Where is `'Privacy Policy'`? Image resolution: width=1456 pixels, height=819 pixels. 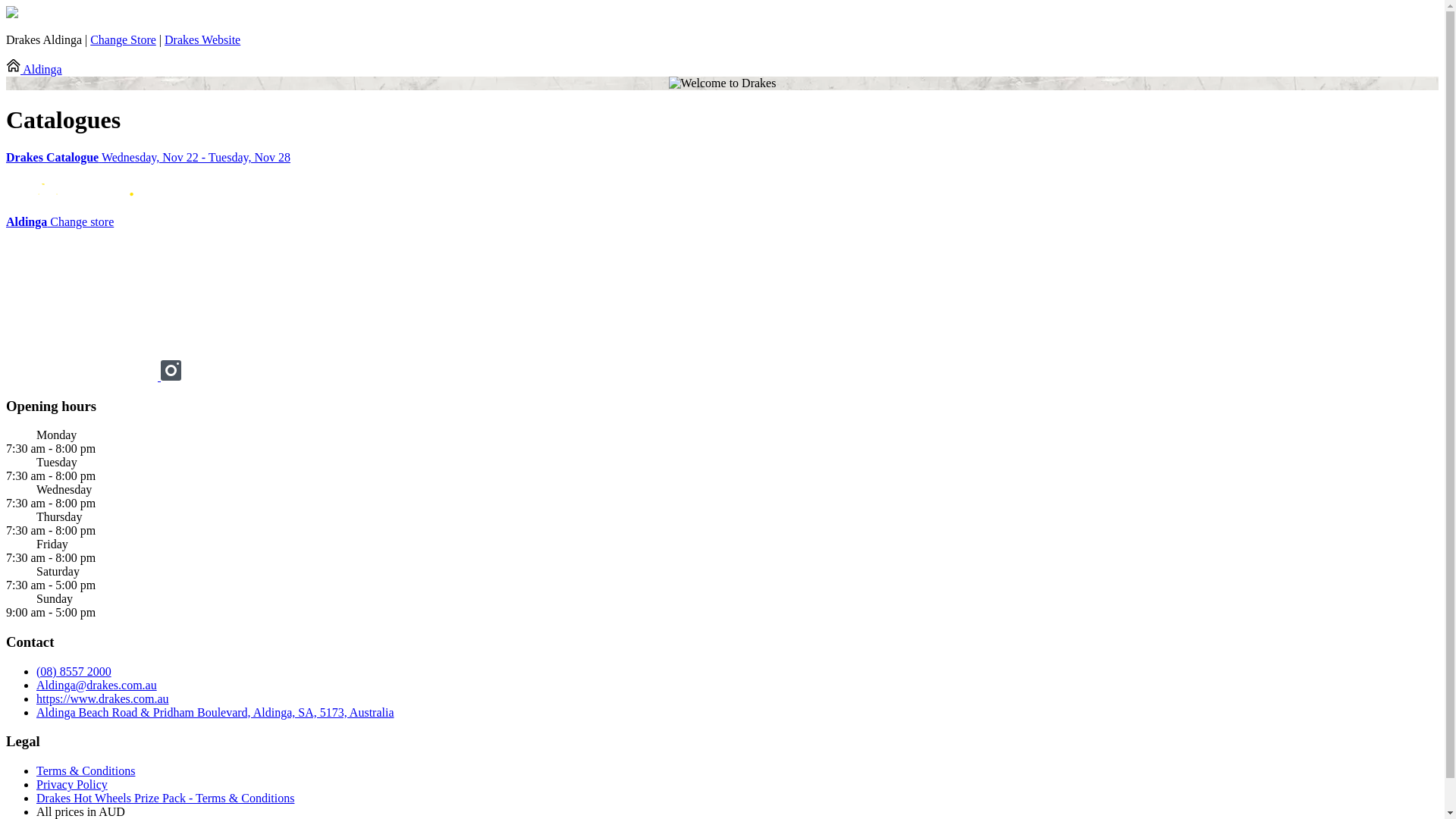 'Privacy Policy' is located at coordinates (71, 784).